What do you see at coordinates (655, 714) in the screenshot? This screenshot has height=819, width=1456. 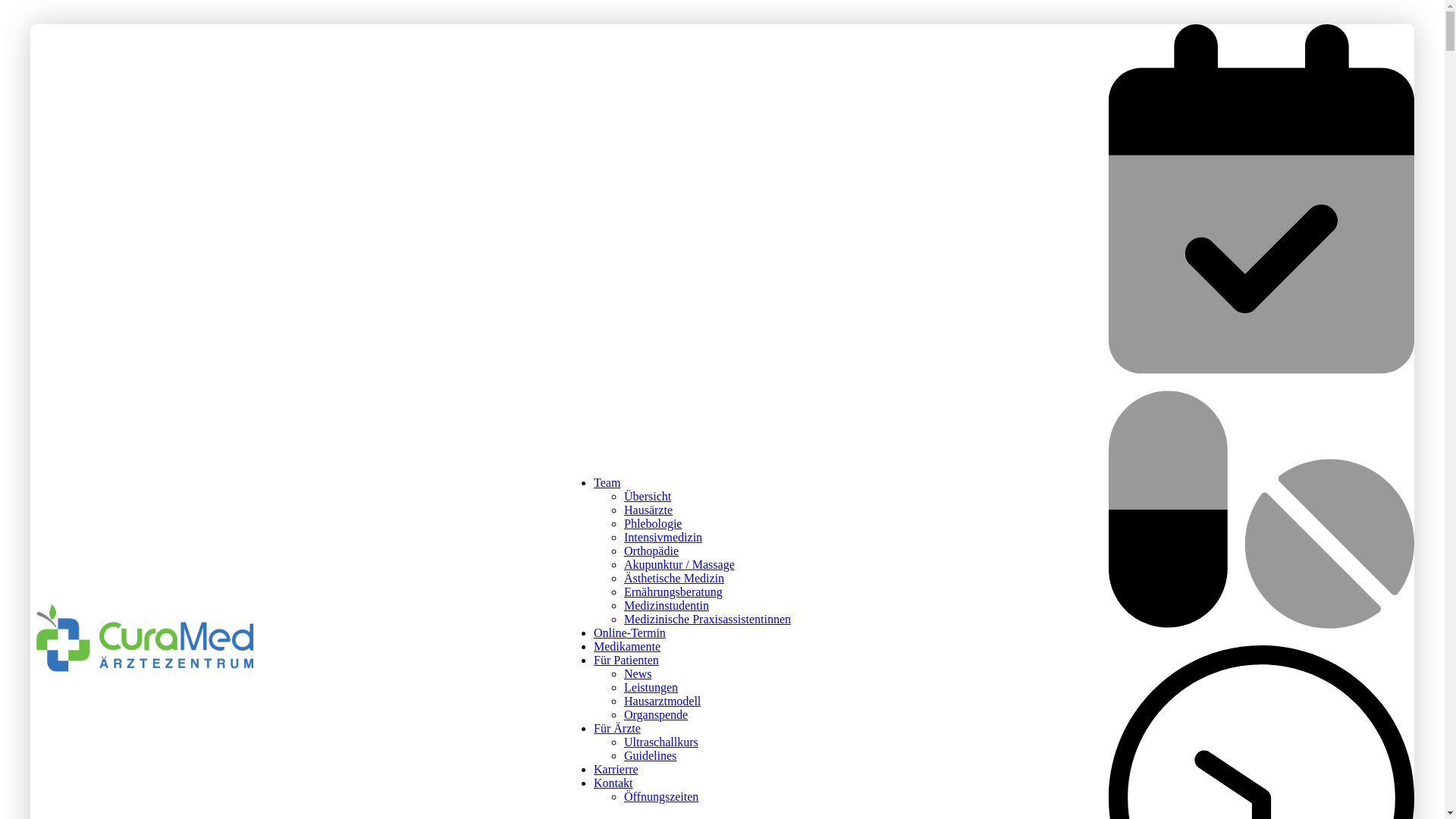 I see `'Organspende'` at bounding box center [655, 714].